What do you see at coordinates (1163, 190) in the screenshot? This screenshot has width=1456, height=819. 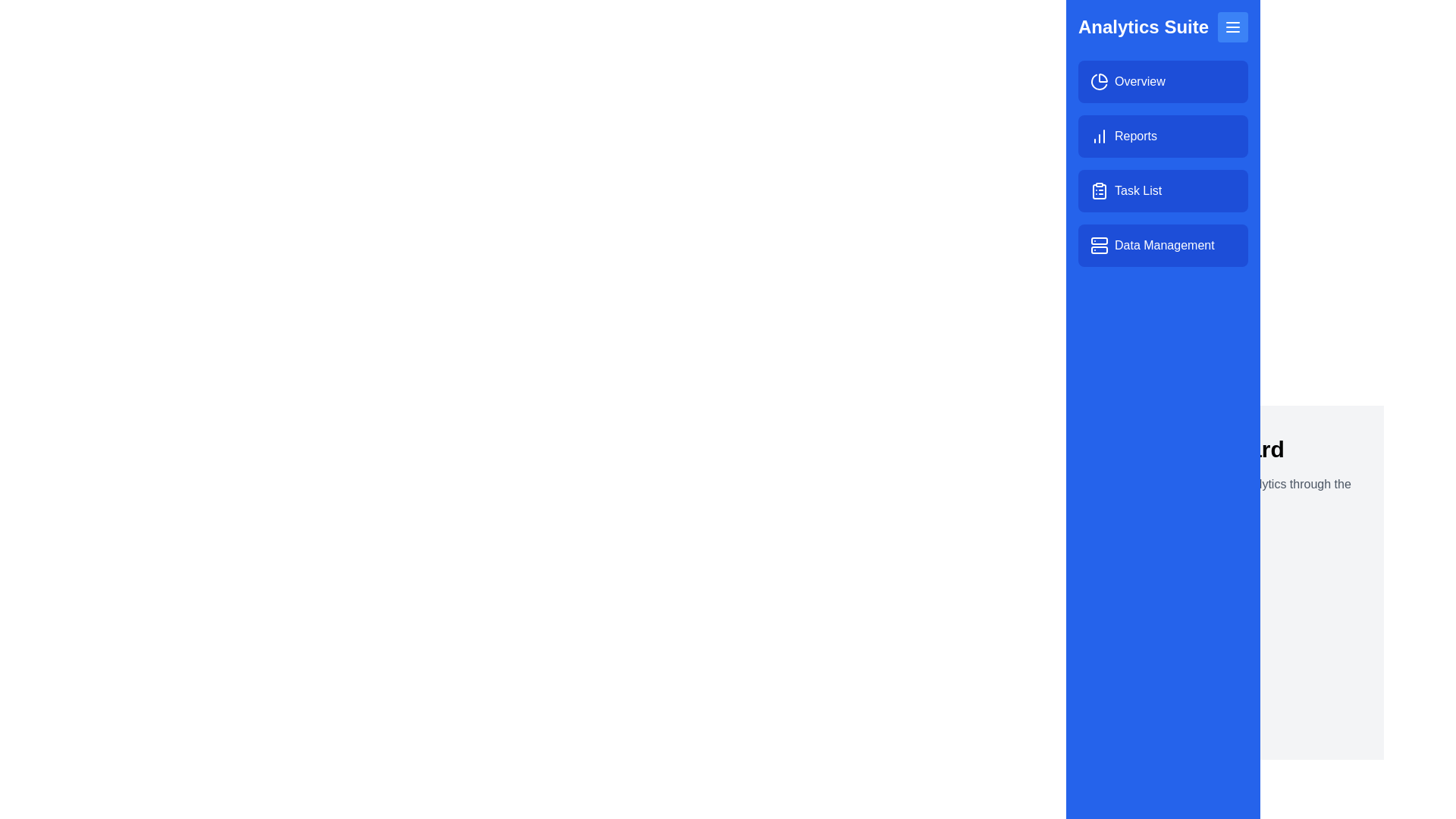 I see `the menu item labeled Task List` at bounding box center [1163, 190].